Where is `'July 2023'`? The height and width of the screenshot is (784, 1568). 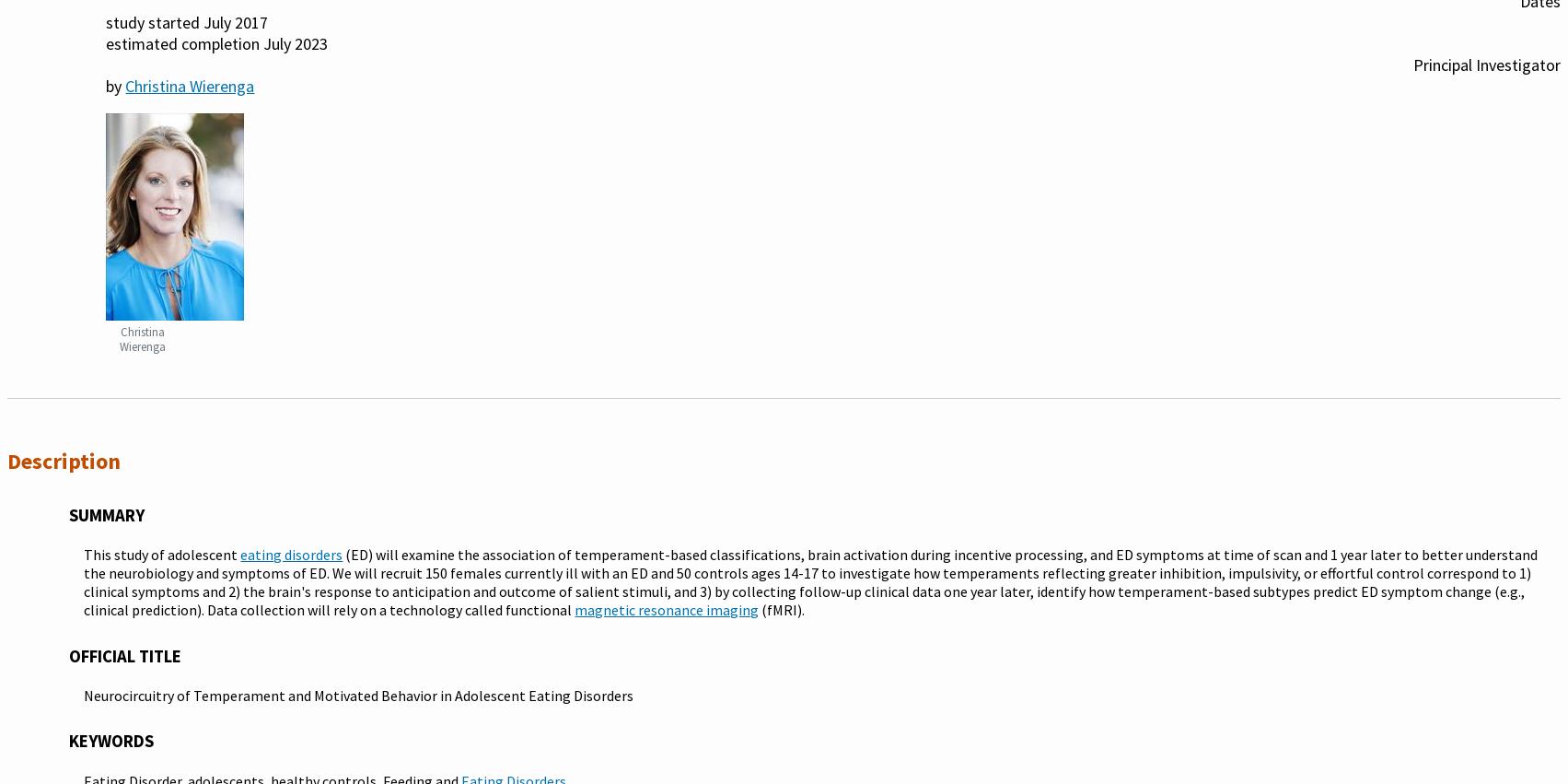 'July 2023' is located at coordinates (295, 42).